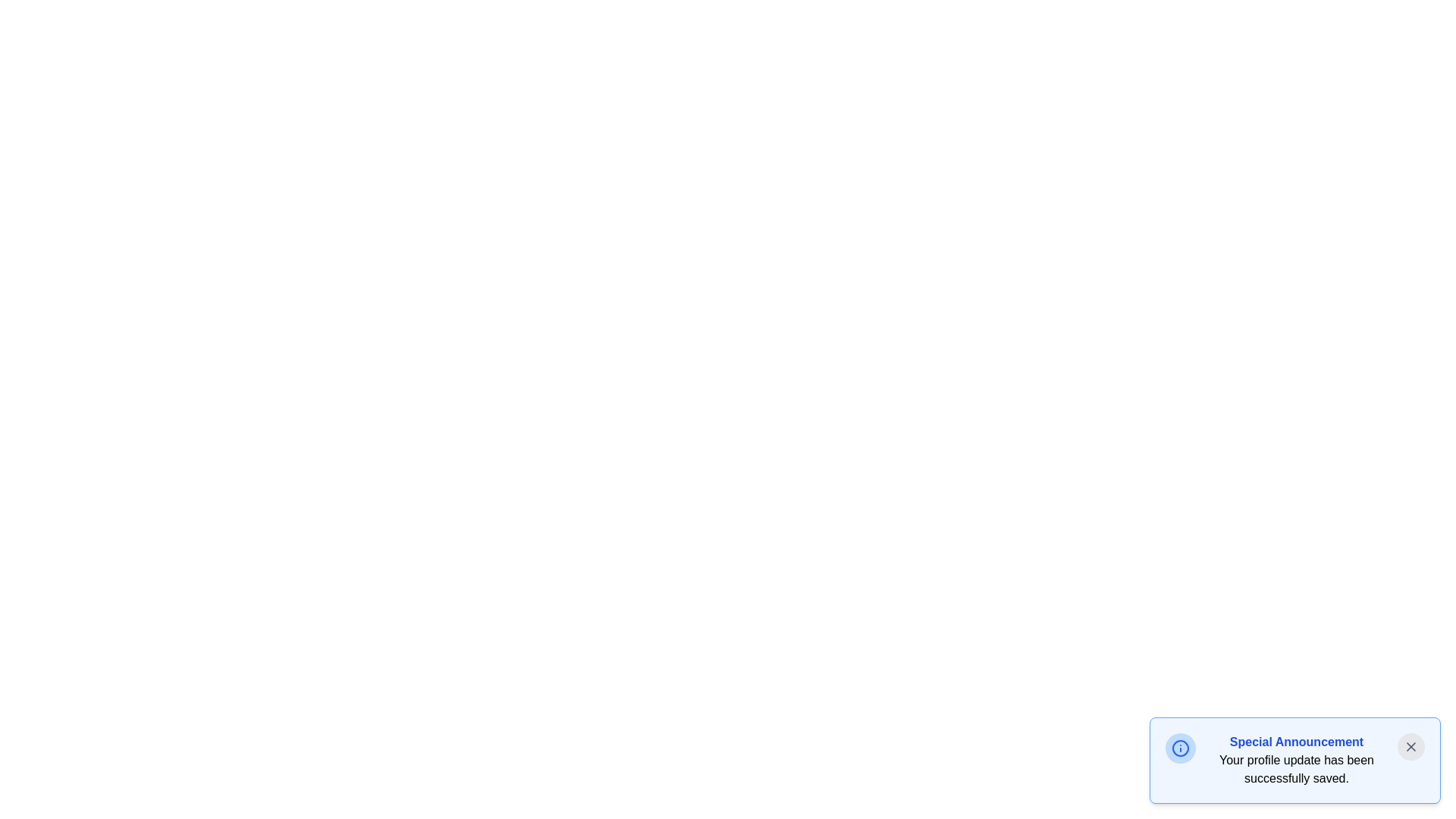 Image resolution: width=1456 pixels, height=819 pixels. I want to click on the text content of the snackbar for copying or reading, so click(1207, 733).